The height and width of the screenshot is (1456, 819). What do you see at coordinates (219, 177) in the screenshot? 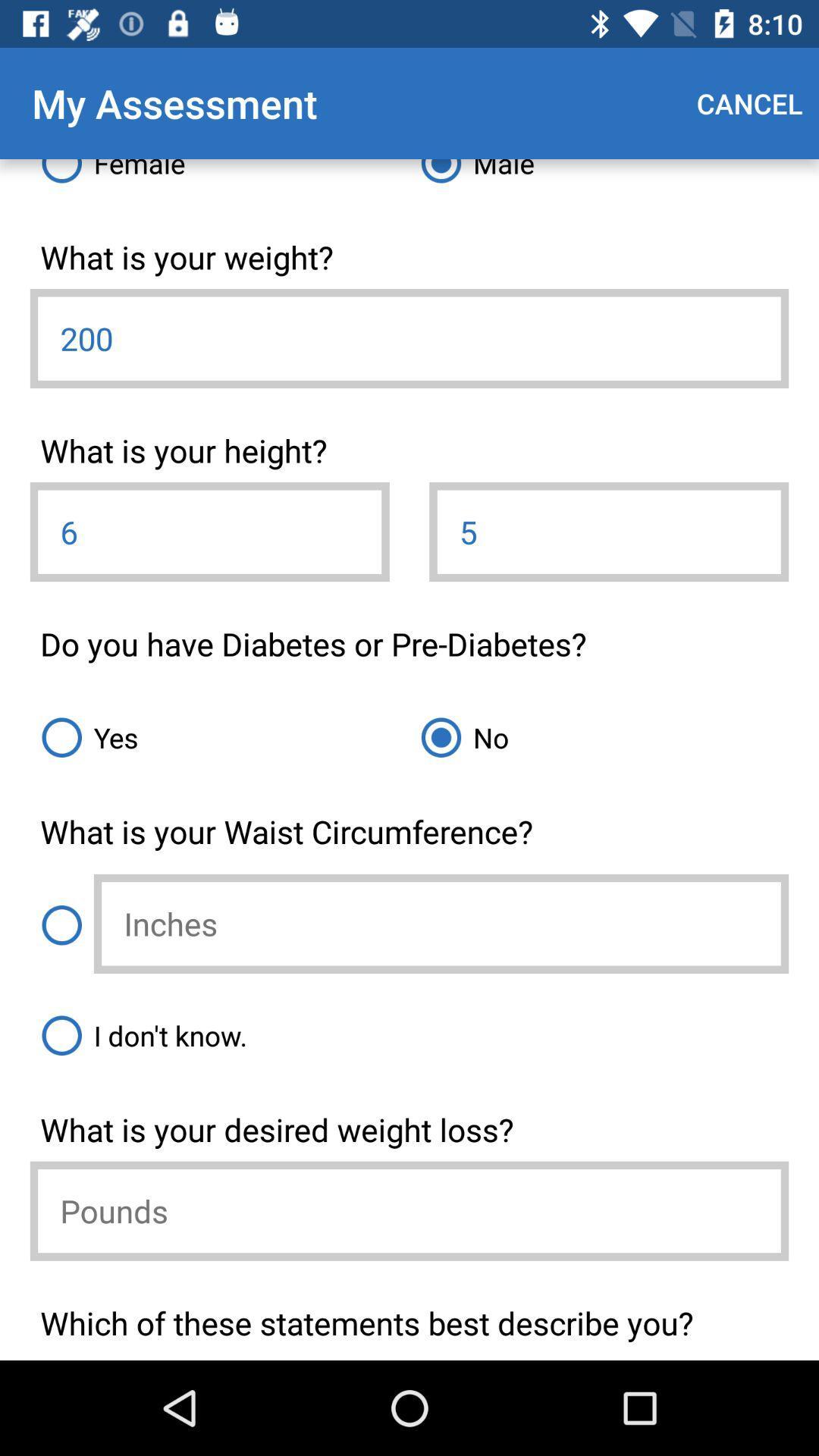
I see `item above what is your` at bounding box center [219, 177].